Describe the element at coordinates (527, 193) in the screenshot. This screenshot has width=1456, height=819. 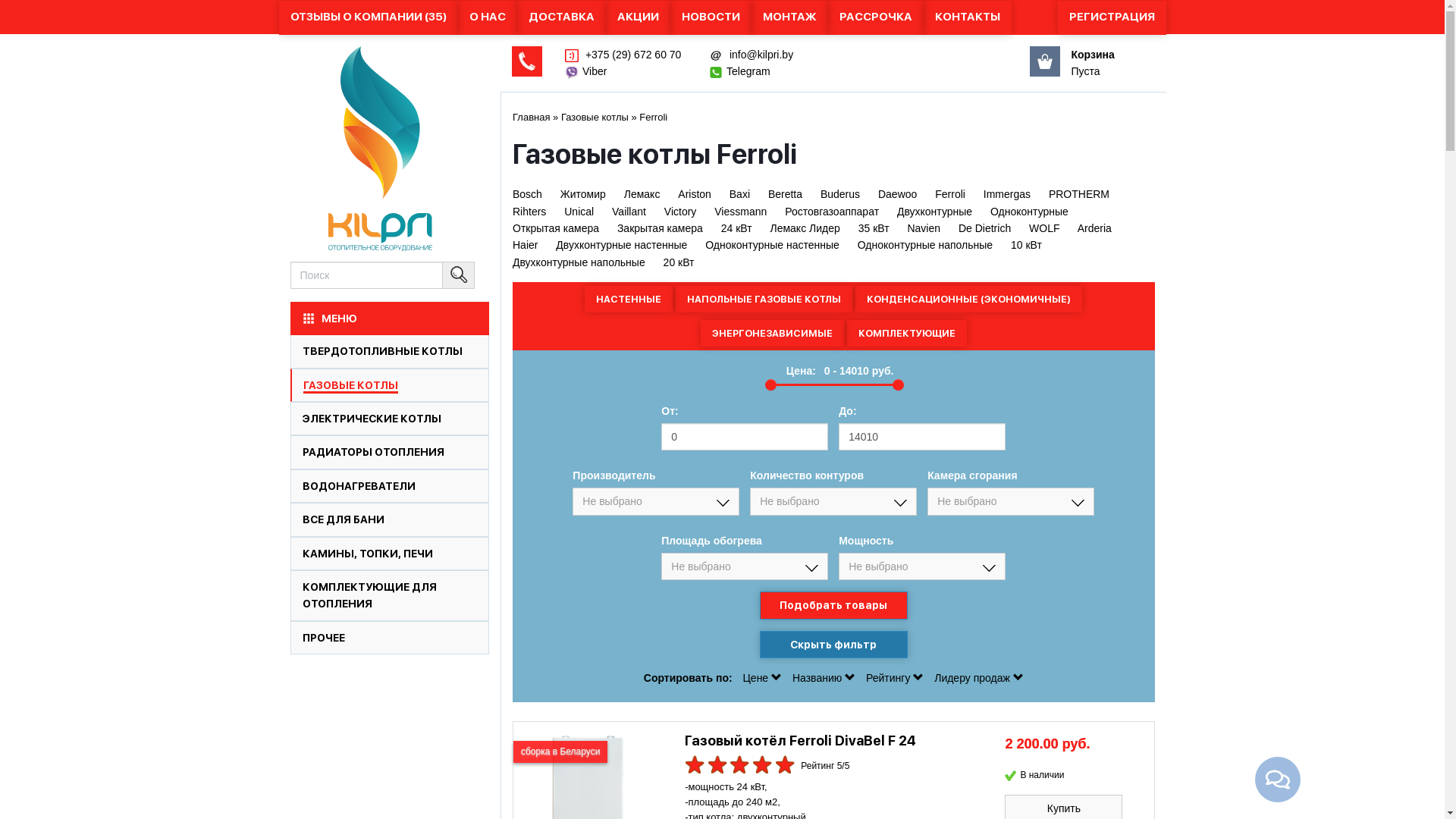
I see `'Bosch'` at that location.